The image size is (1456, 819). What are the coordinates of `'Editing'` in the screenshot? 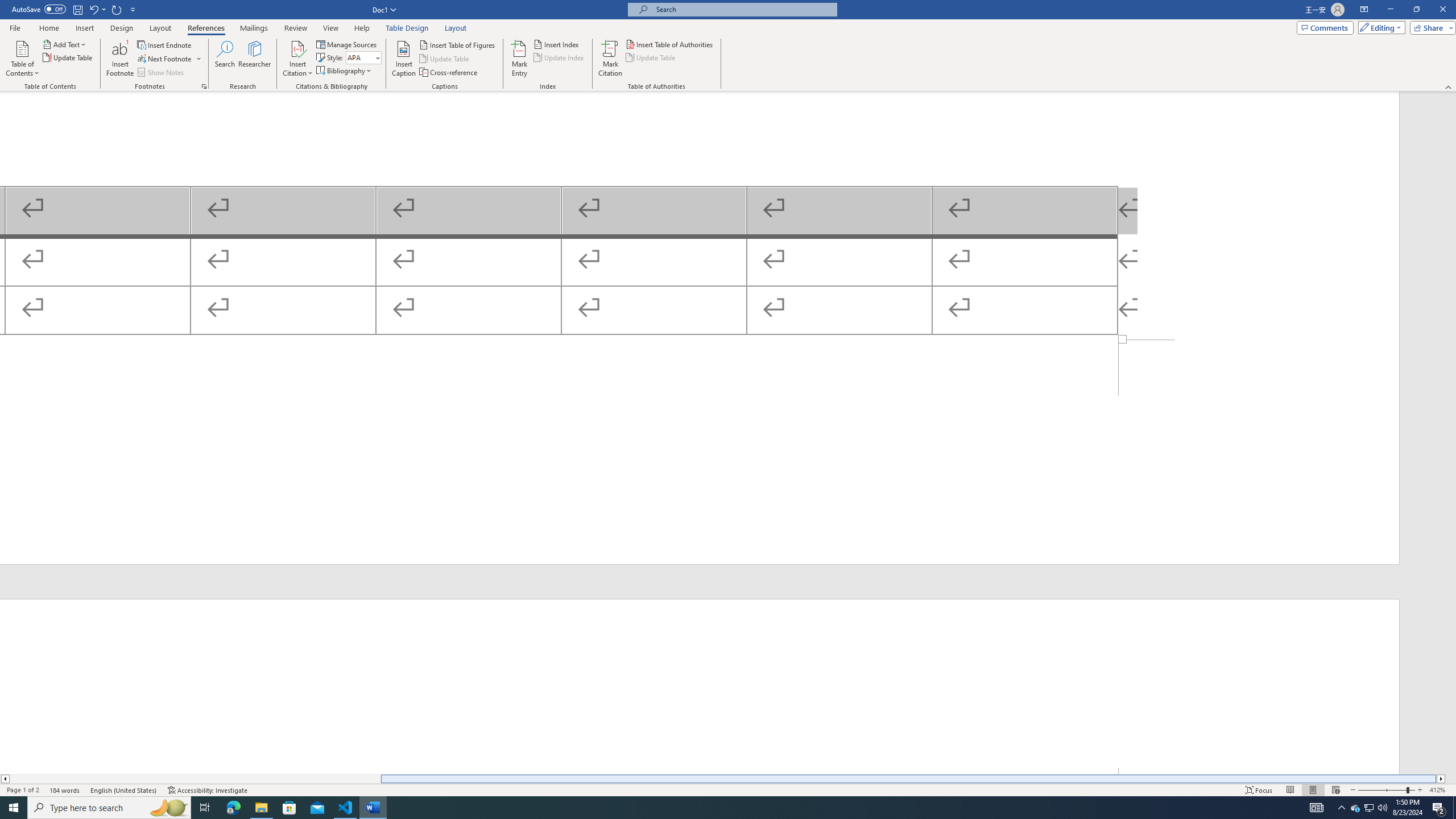 It's located at (1379, 27).